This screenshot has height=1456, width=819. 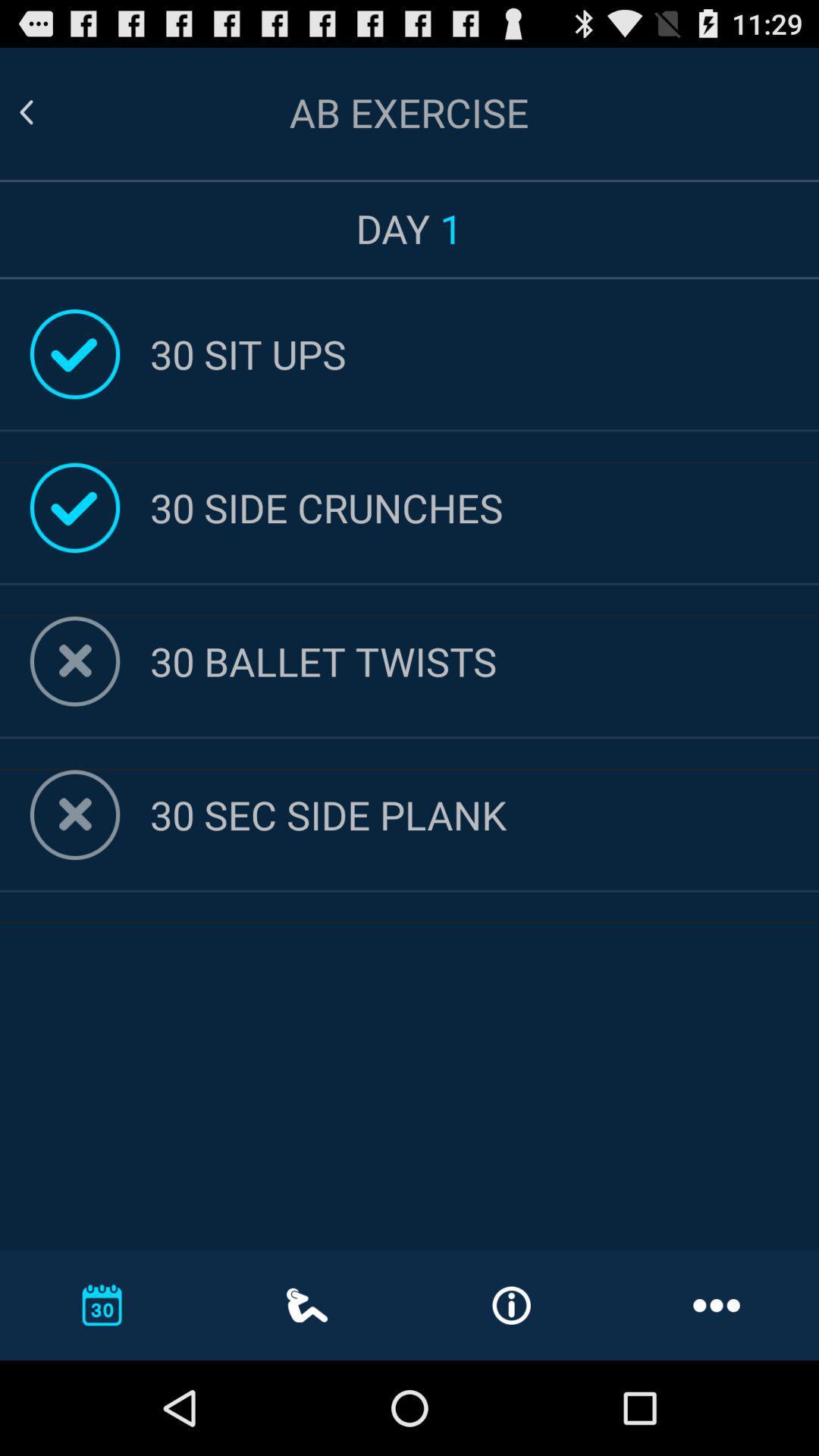 I want to click on the 3 horizontal dots at the bottom right corner of the page, so click(x=717, y=1304).